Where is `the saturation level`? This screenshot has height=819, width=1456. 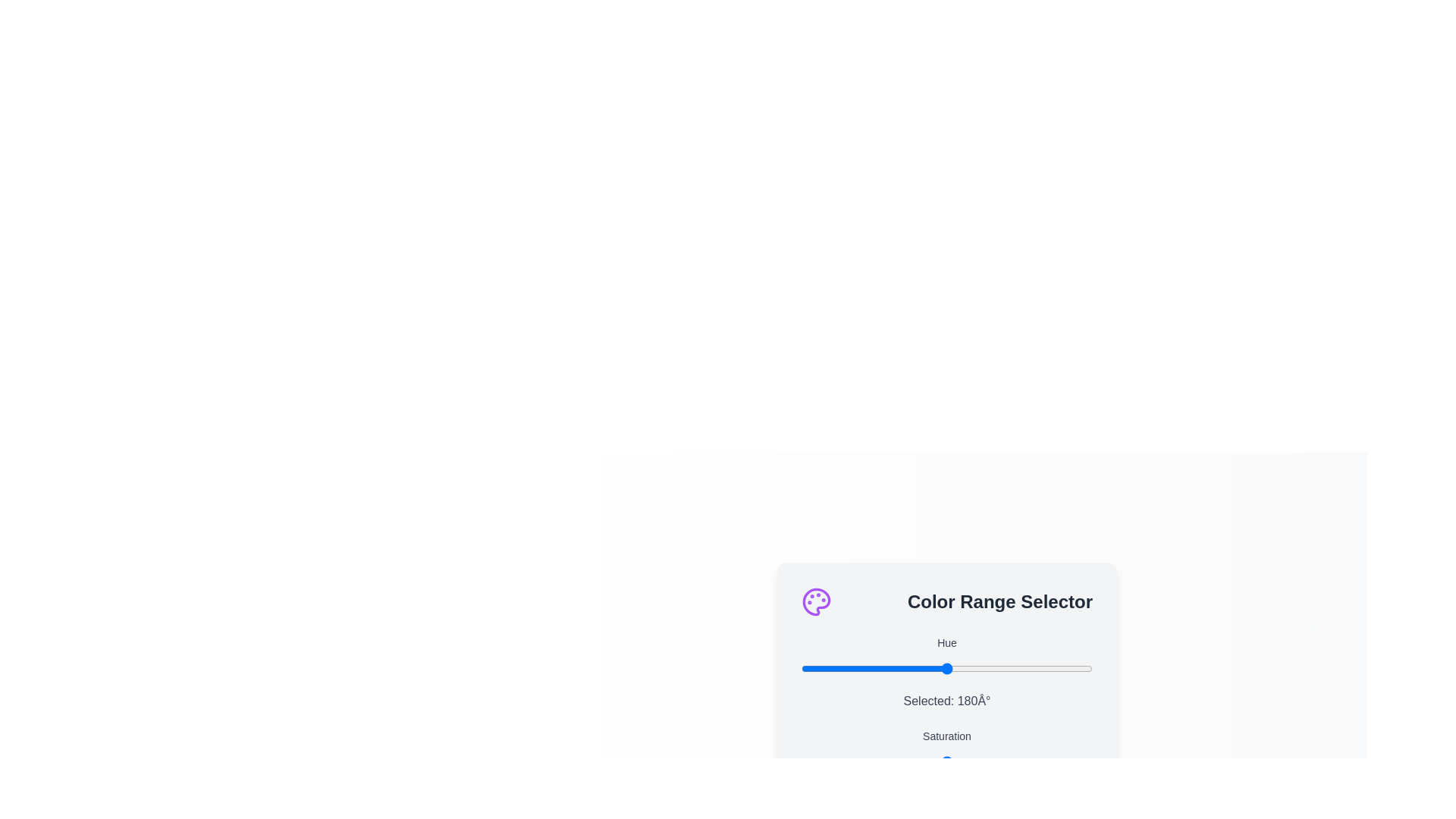 the saturation level is located at coordinates (865, 761).